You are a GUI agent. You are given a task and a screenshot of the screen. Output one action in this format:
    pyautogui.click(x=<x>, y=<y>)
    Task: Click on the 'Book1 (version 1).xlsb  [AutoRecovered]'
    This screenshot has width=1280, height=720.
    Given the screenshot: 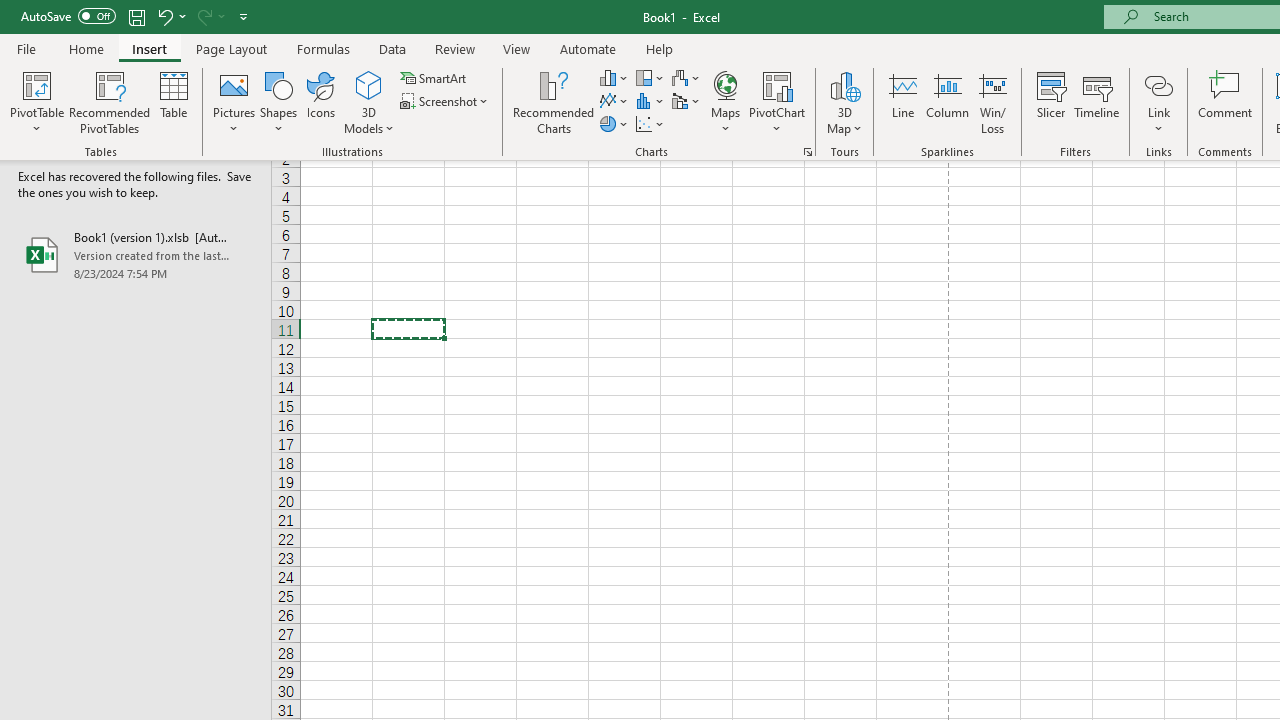 What is the action you would take?
    pyautogui.click(x=135, y=253)
    